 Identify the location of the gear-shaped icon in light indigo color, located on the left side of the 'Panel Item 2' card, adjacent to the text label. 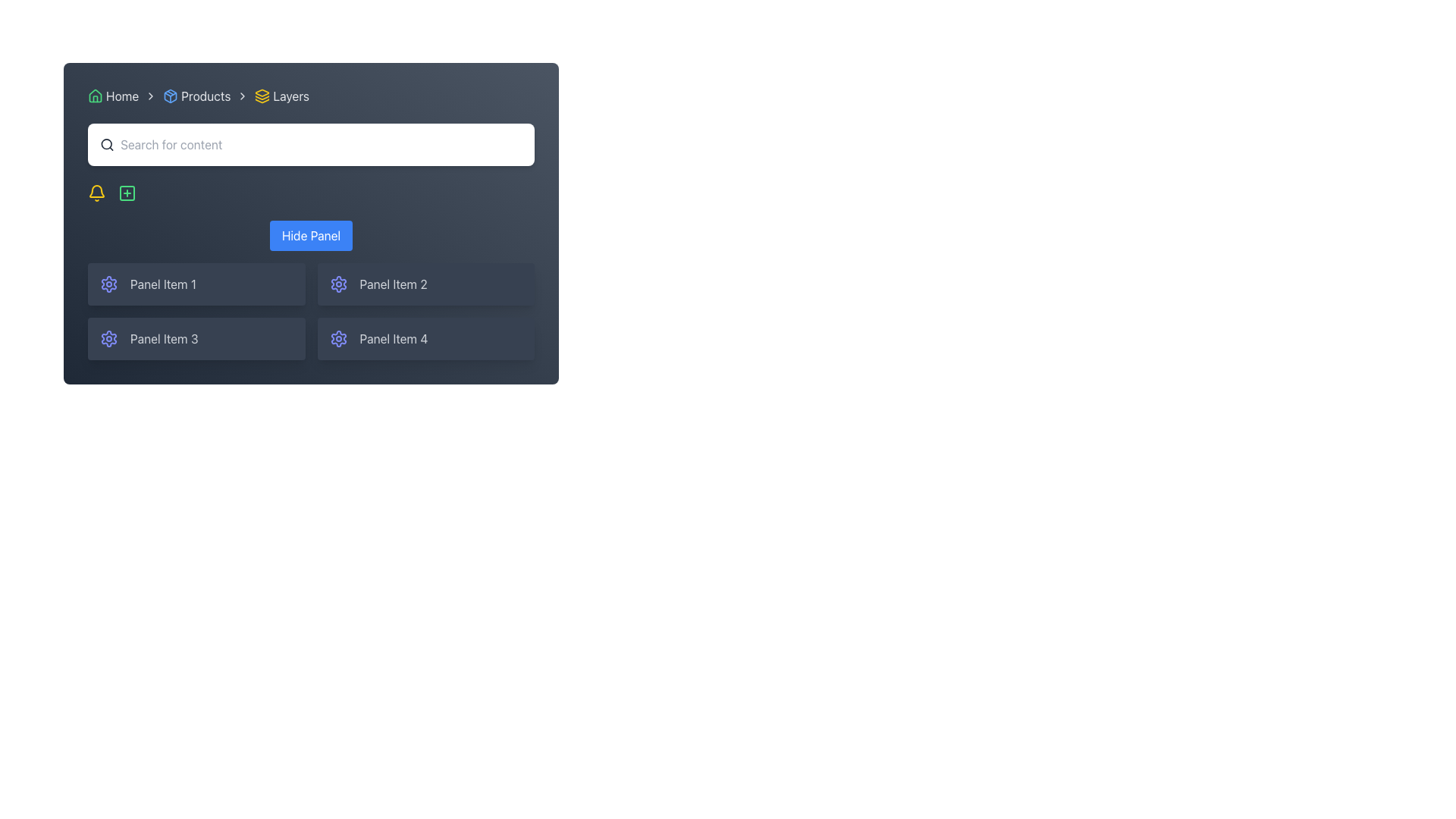
(337, 284).